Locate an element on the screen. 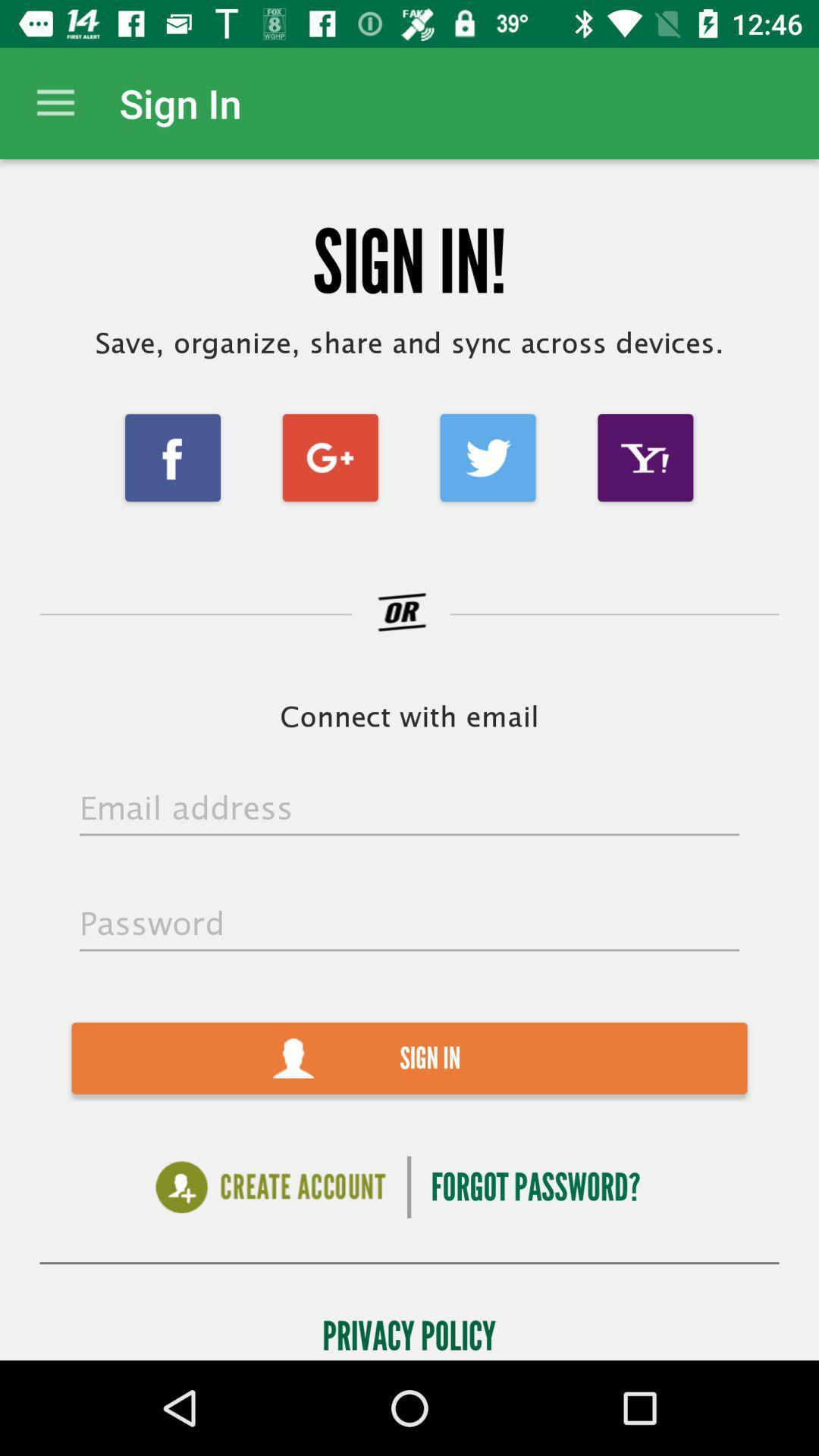  icon next to the sign in is located at coordinates (55, 102).